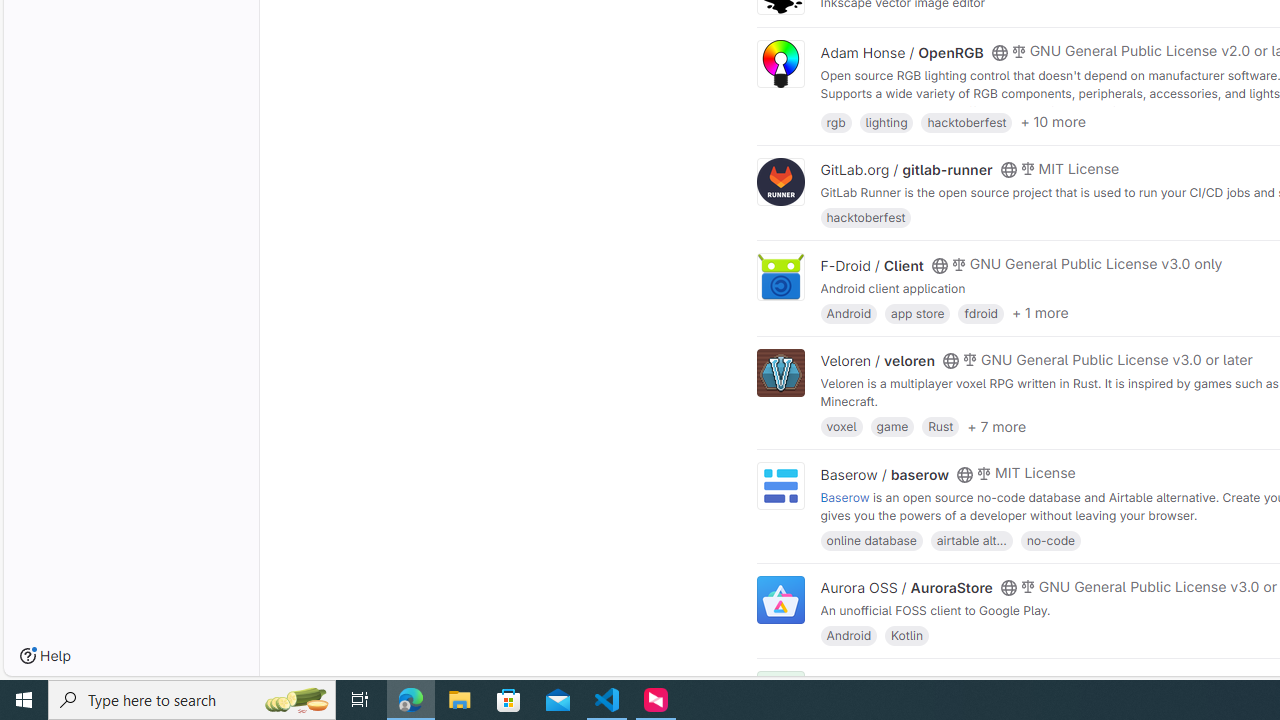 The height and width of the screenshot is (720, 1280). Describe the element at coordinates (971, 538) in the screenshot. I see `'airtable alt...'` at that location.